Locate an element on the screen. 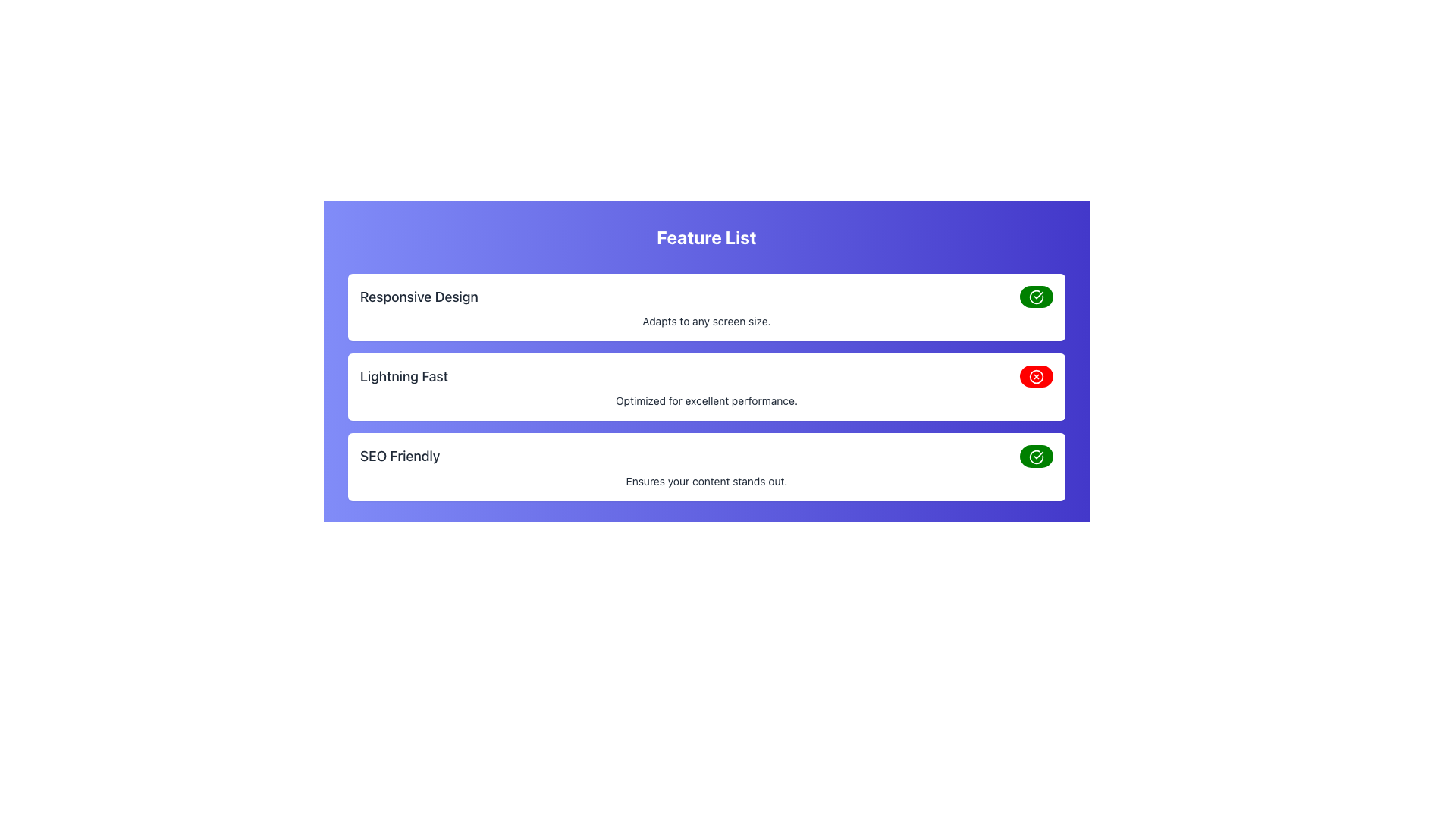 The image size is (1456, 819). heading text element that displays 'Feature List' in a bold, centered font on a gradient background from purple to indigo is located at coordinates (705, 237).